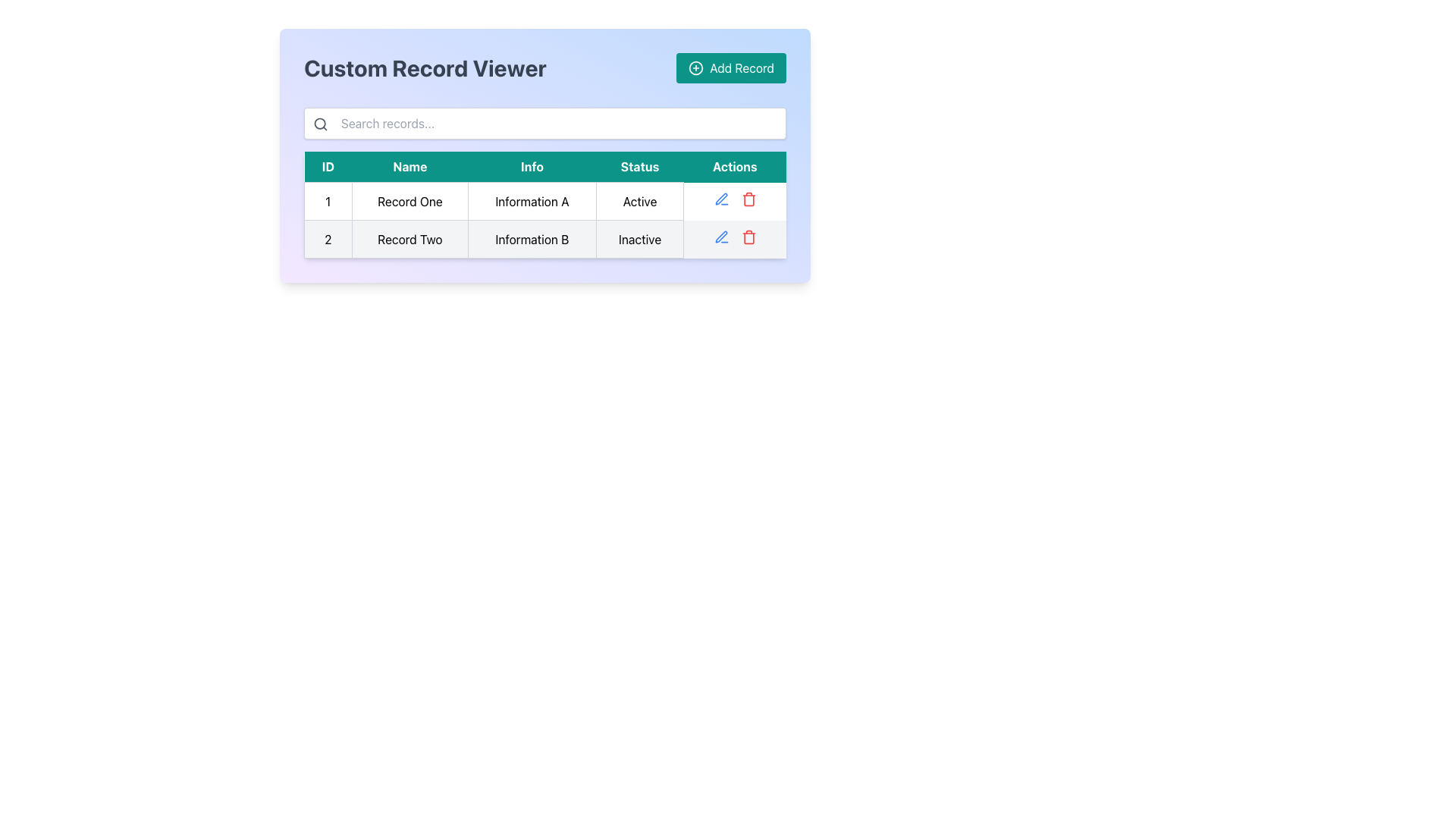  What do you see at coordinates (731, 67) in the screenshot?
I see `the 'Add Record' button located on the right edge of the top bar, adjacent to the title 'Custom Record Viewer', to initiate the process of adding a new record` at bounding box center [731, 67].